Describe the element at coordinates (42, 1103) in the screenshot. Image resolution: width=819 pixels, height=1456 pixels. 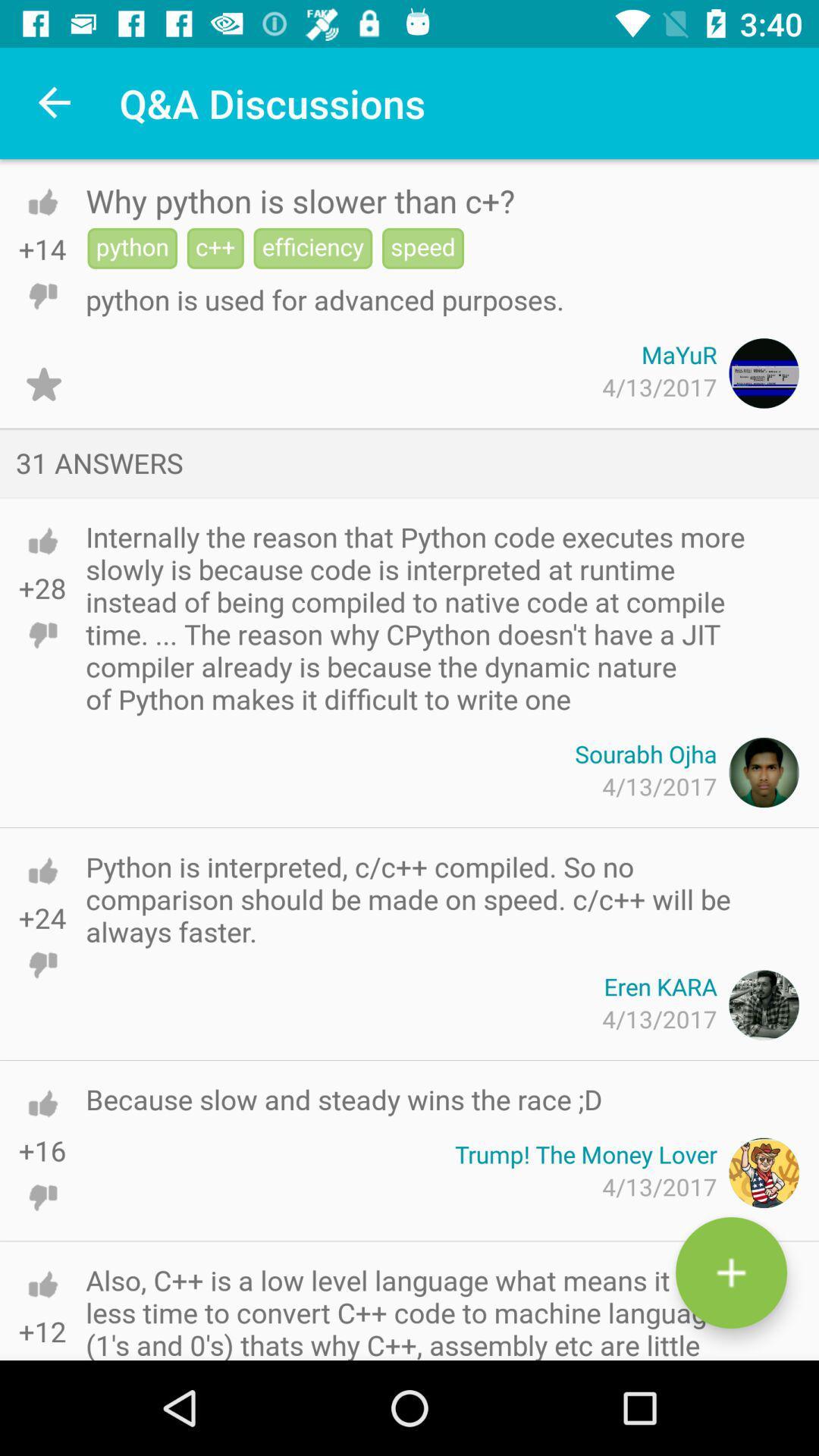
I see `like this answer` at that location.